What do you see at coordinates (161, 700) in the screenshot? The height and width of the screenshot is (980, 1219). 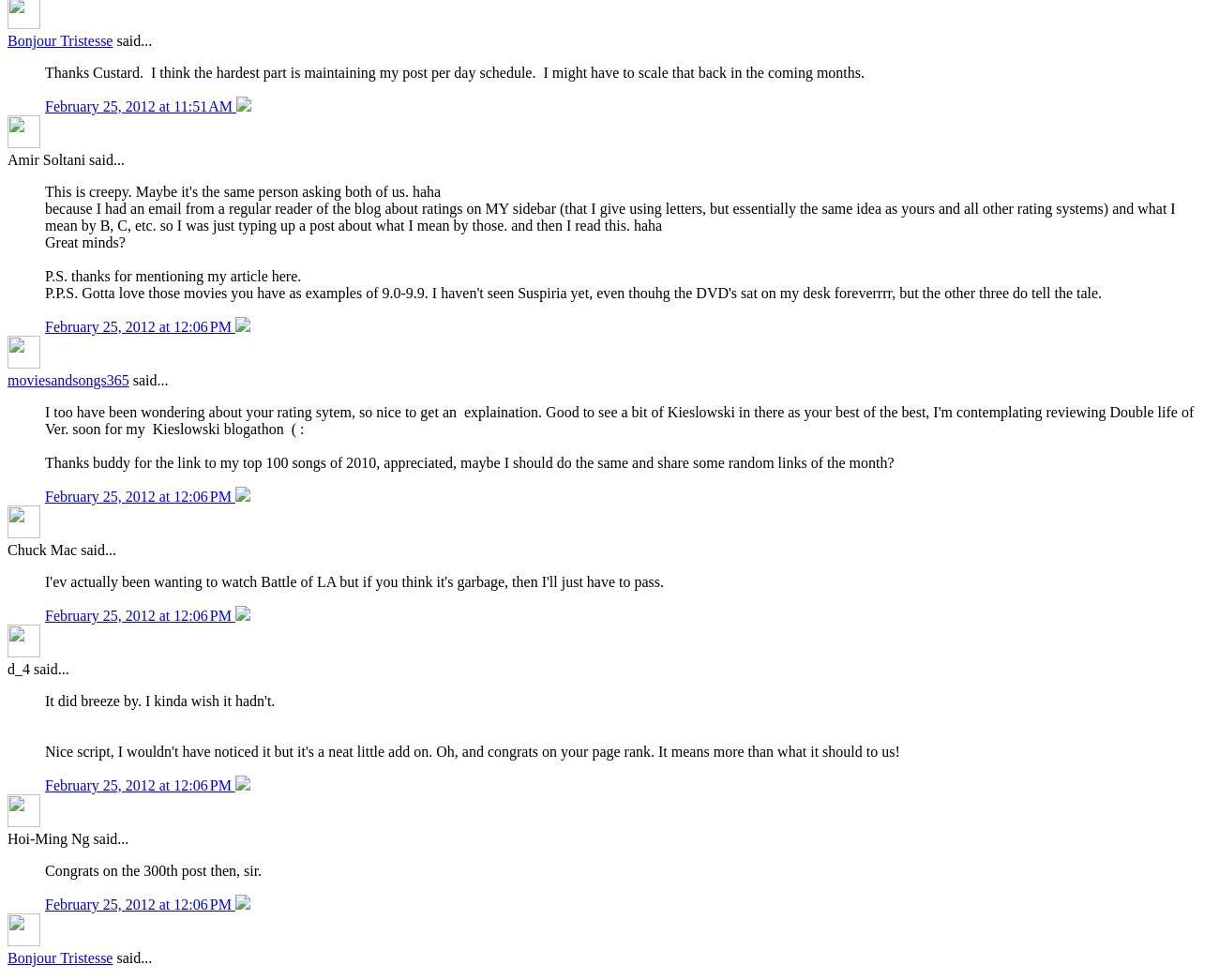 I see `'It did breeze by. I kinda wish it hadn't.'` at bounding box center [161, 700].